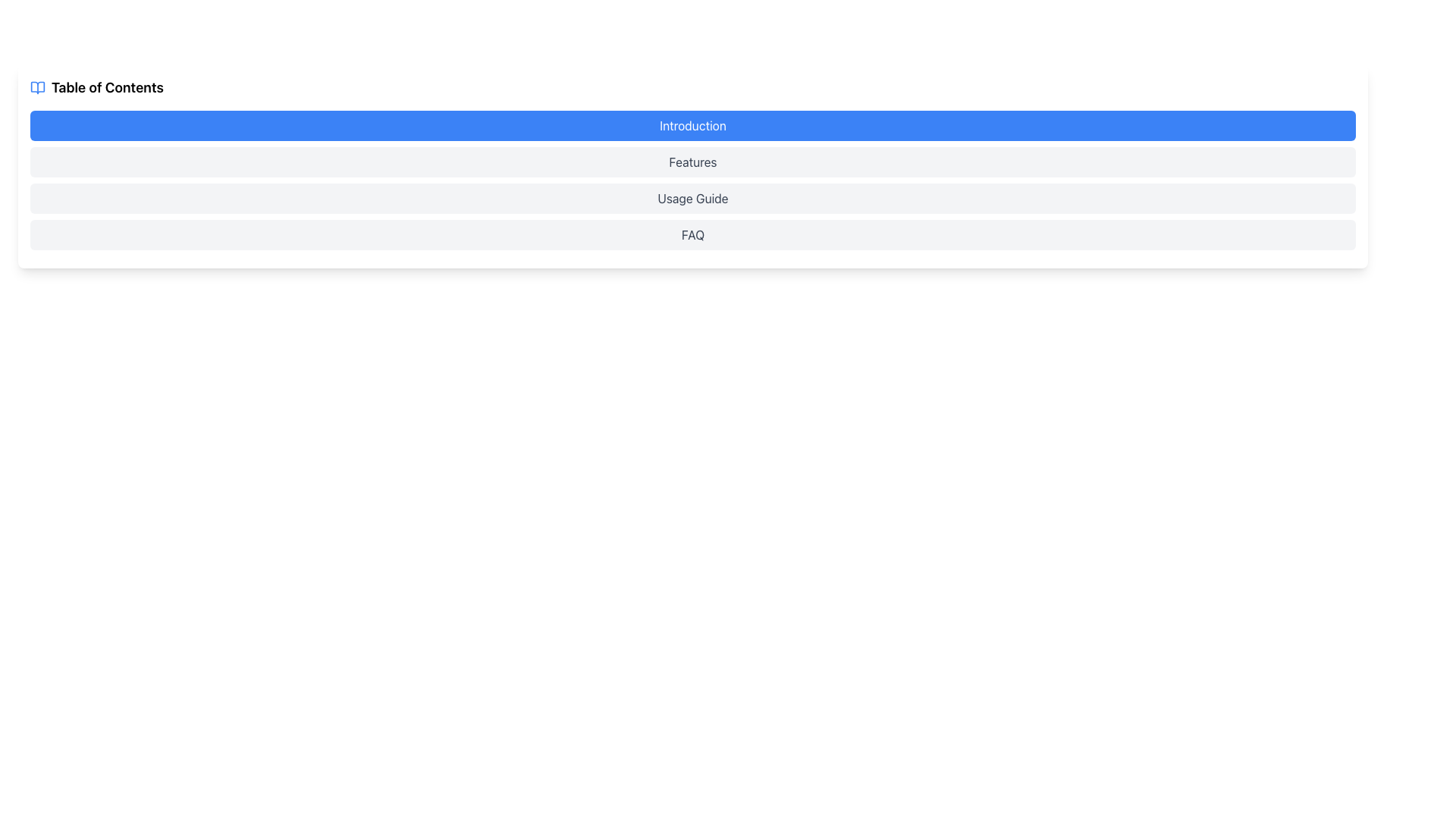 The height and width of the screenshot is (819, 1456). I want to click on the 'Features' text component in the vertical menu of the table of contents, so click(692, 162).